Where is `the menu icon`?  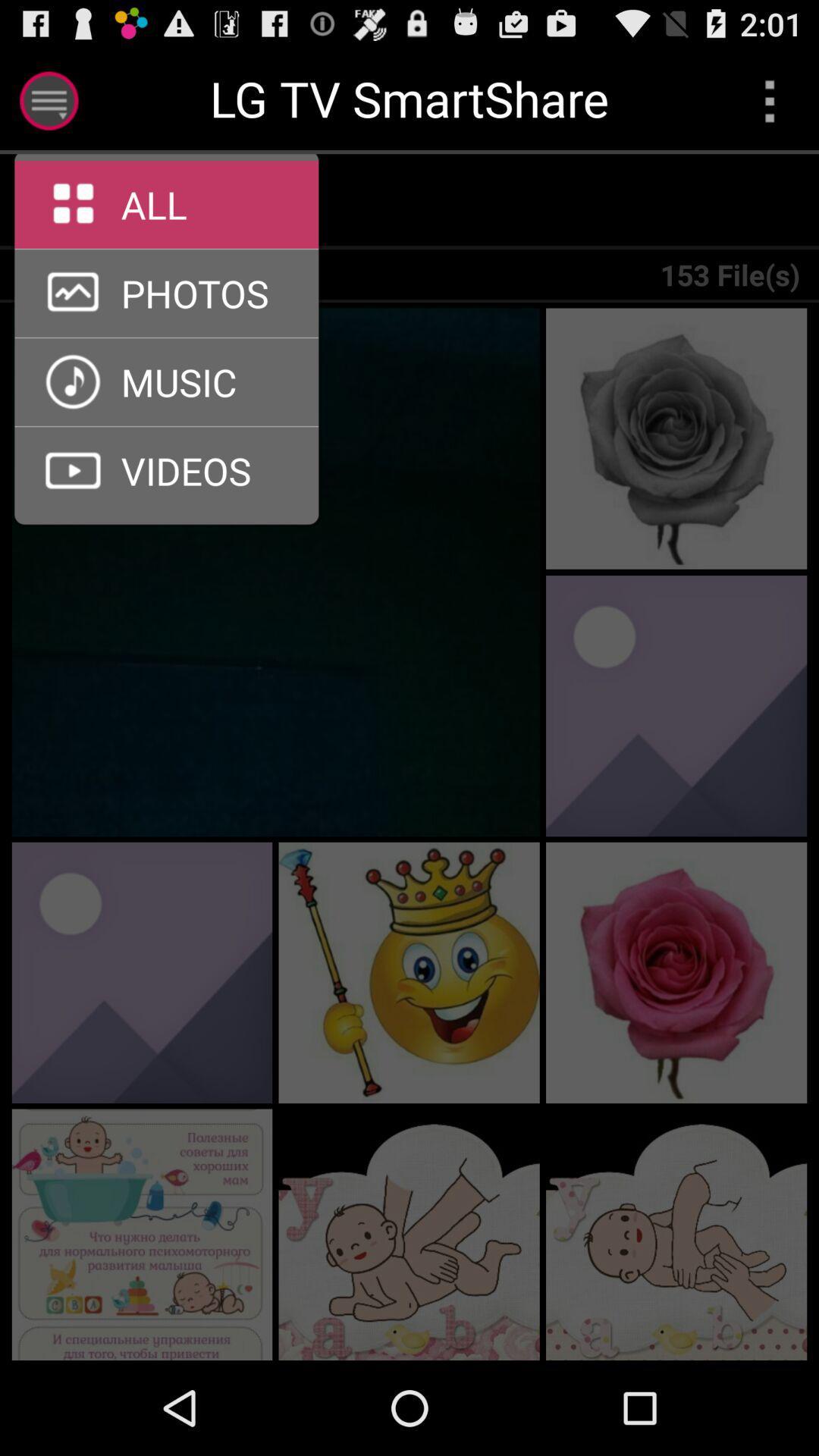 the menu icon is located at coordinates (48, 107).